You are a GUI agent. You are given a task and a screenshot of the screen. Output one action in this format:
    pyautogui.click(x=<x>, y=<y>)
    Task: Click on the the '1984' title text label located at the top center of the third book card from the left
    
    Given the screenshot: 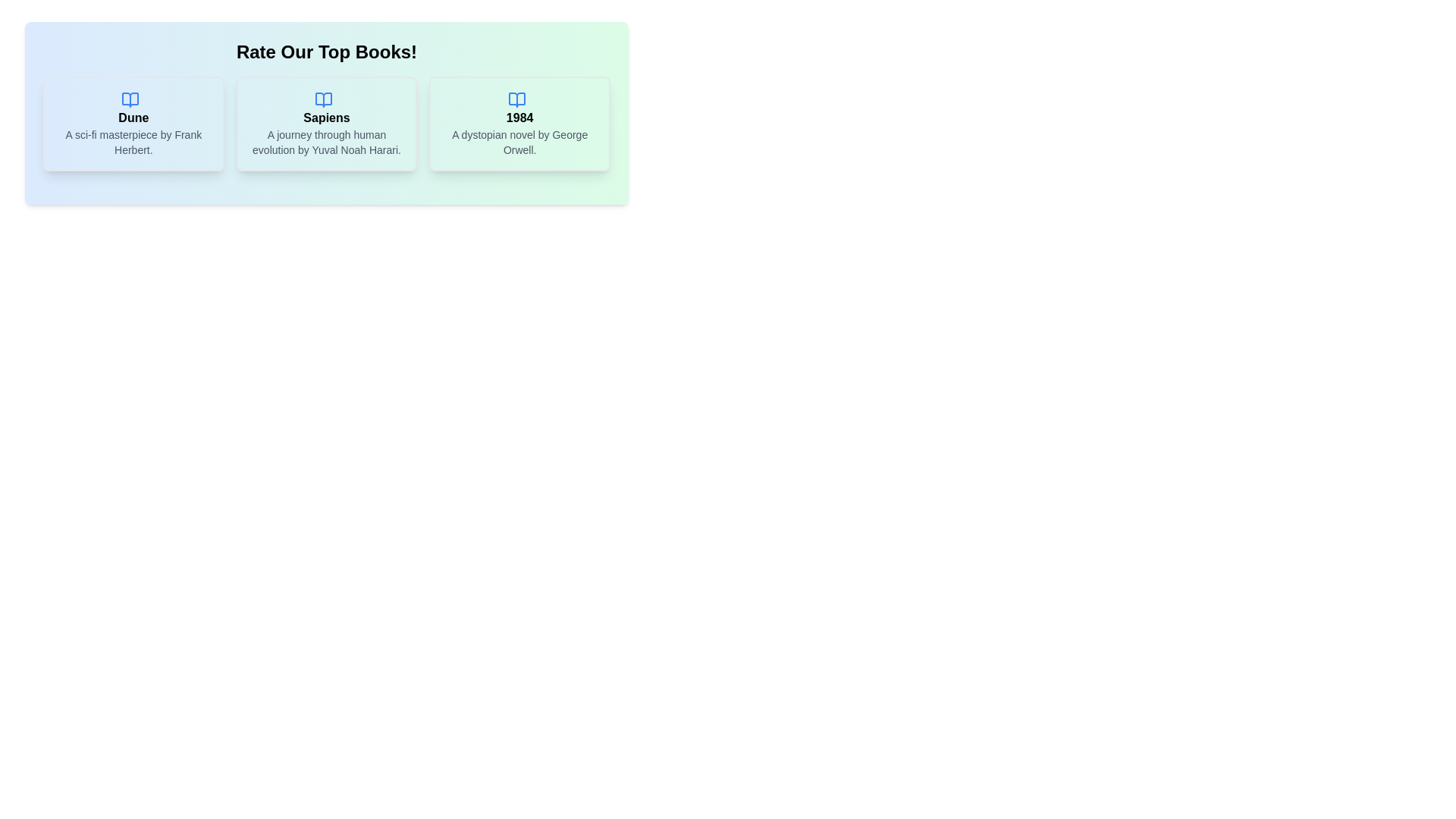 What is the action you would take?
    pyautogui.click(x=519, y=117)
    